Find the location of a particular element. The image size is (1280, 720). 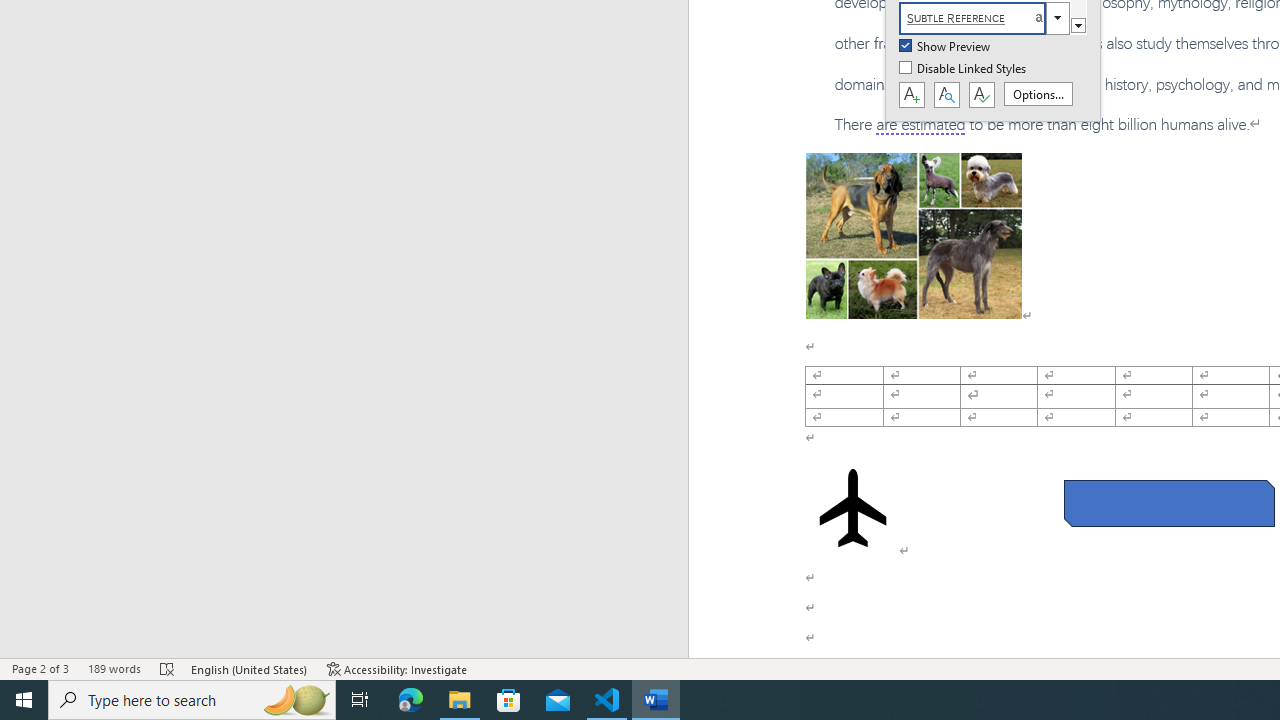

'Class: NetUIButton' is located at coordinates (981, 95).